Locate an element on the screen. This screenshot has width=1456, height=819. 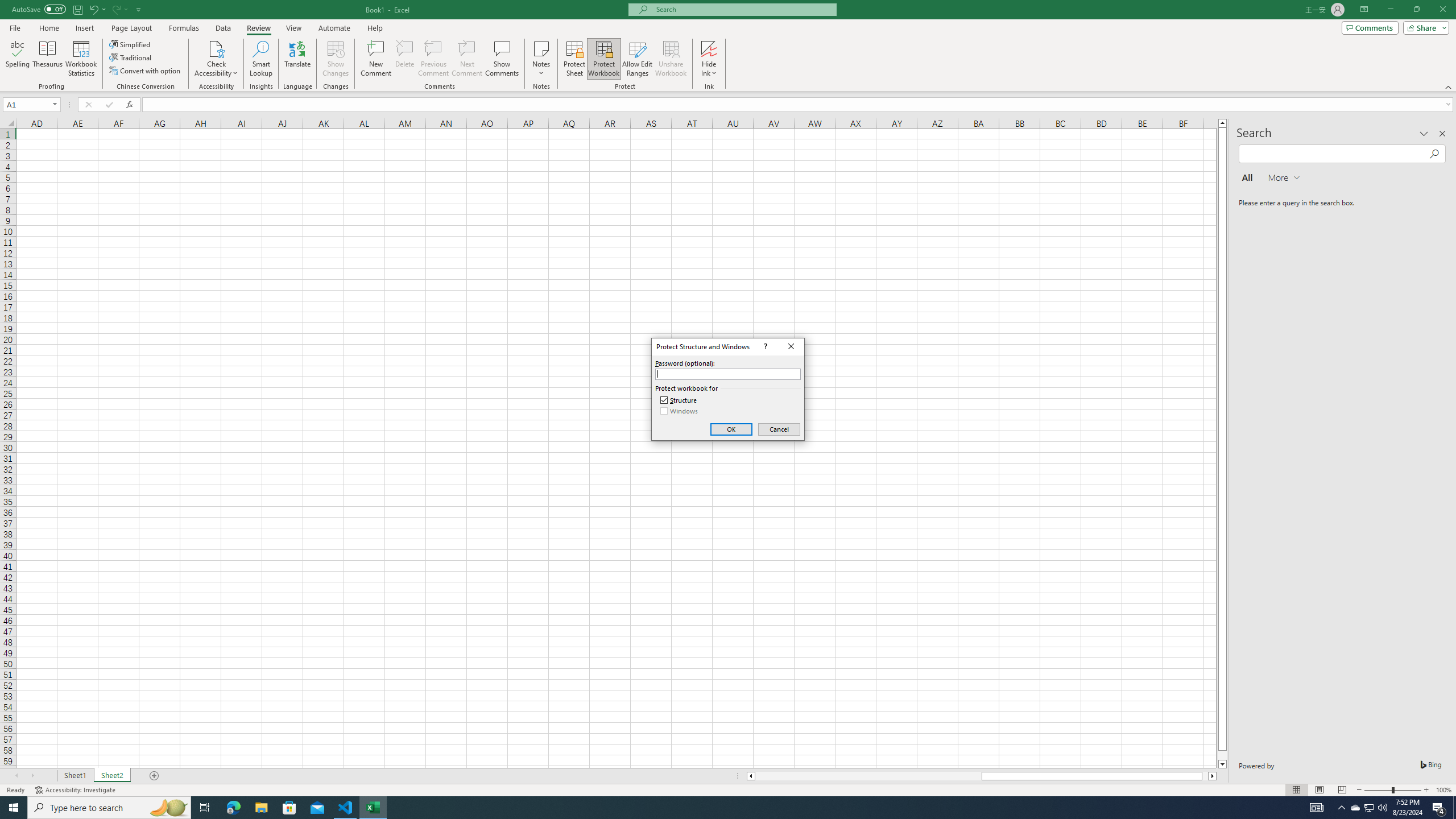
'Password (optional):' is located at coordinates (728, 374).